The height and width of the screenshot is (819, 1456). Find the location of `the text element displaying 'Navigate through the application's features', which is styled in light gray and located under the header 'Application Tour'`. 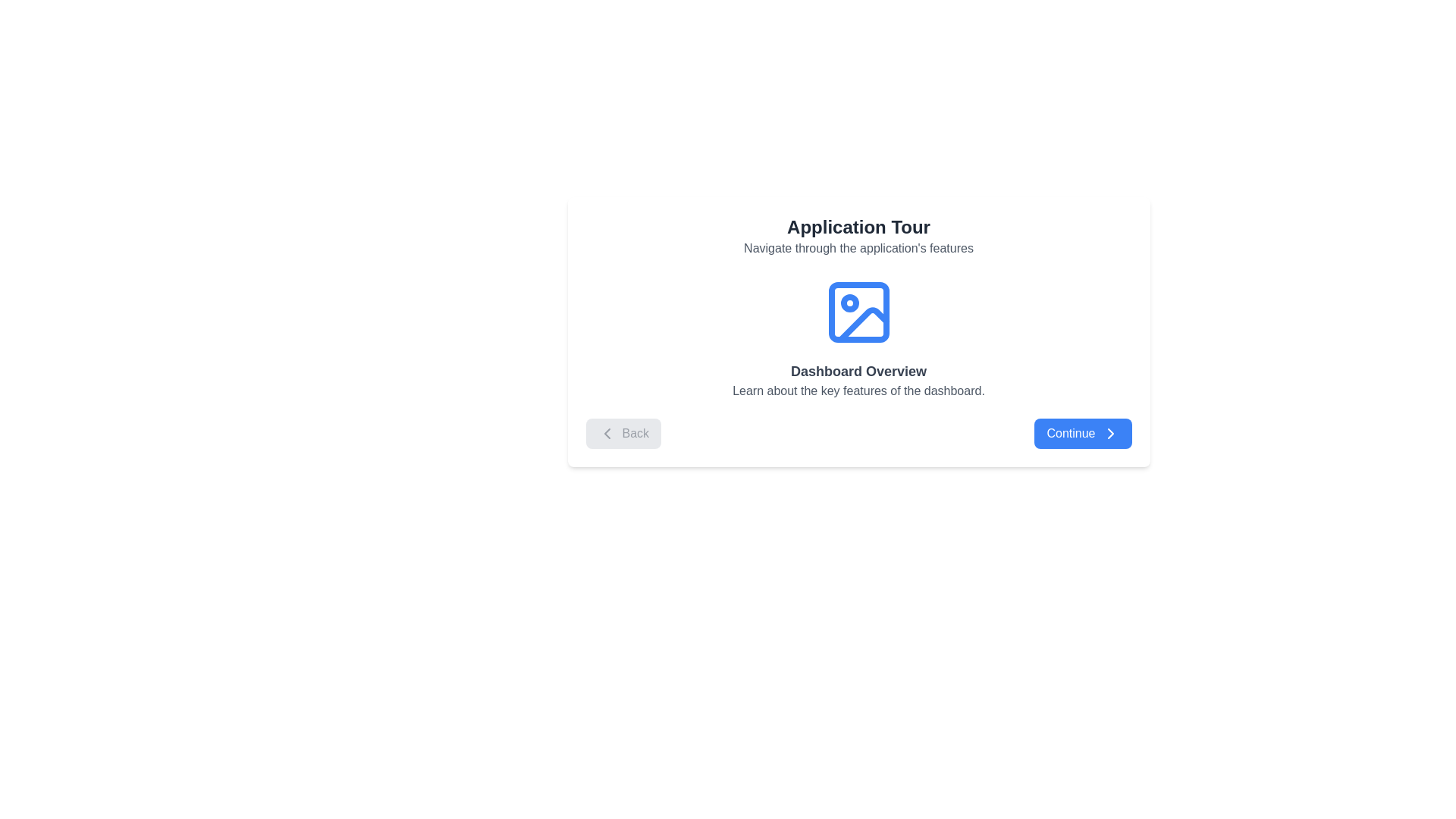

the text element displaying 'Navigate through the application's features', which is styled in light gray and located under the header 'Application Tour' is located at coordinates (858, 247).